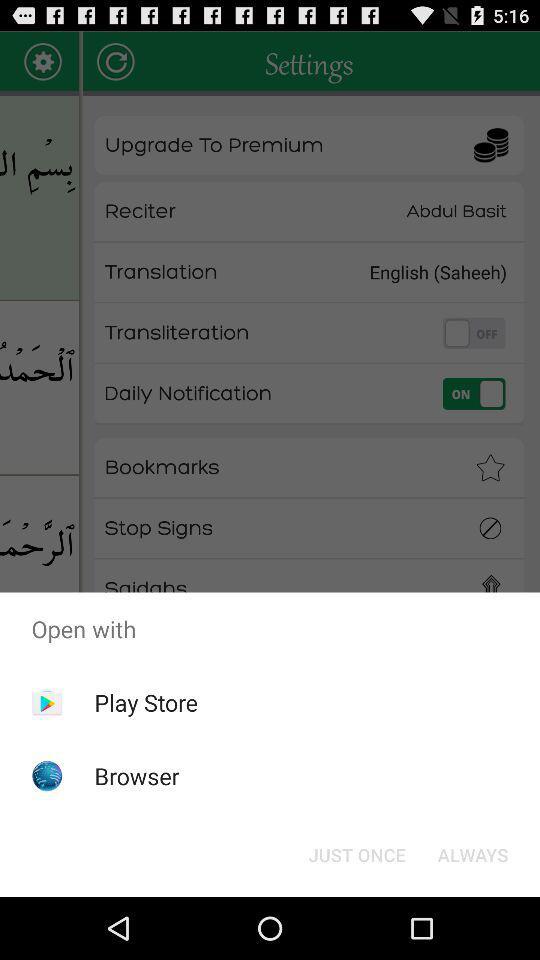 Image resolution: width=540 pixels, height=960 pixels. I want to click on the browser app, so click(136, 775).